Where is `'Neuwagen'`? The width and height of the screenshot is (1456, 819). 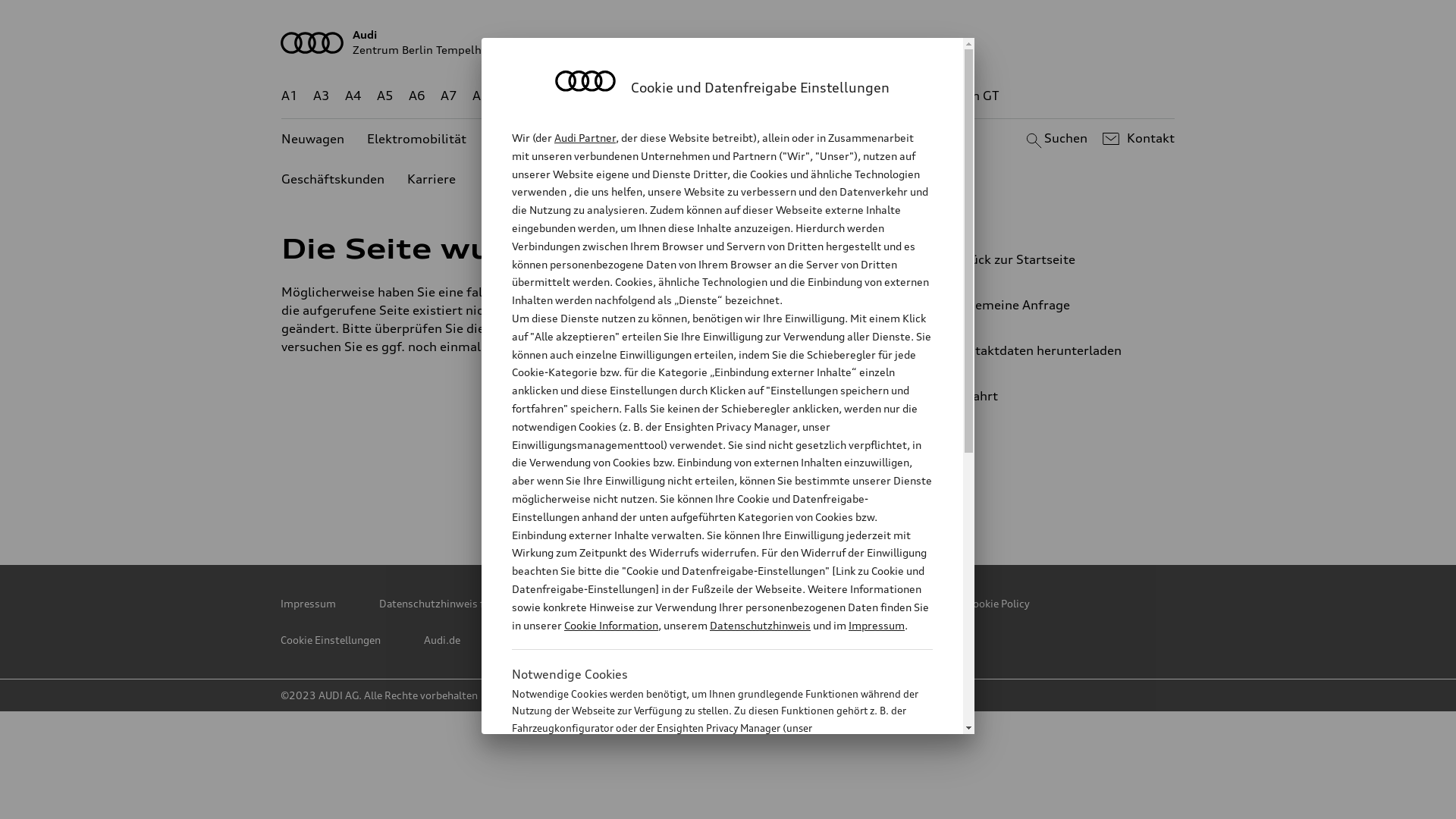 'Neuwagen' is located at coordinates (312, 139).